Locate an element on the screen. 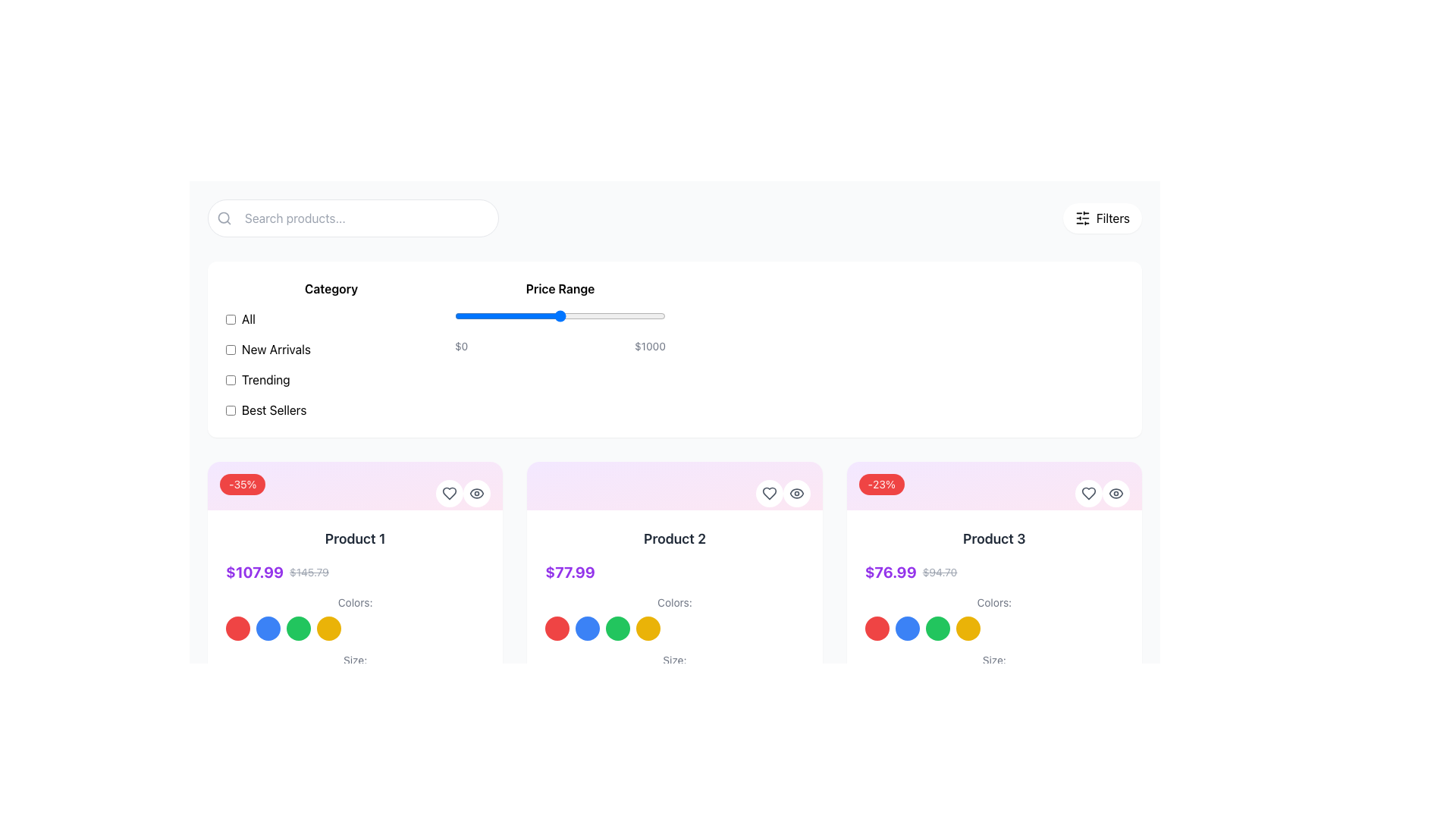 The height and width of the screenshot is (819, 1456). the heart icon located at the top right corner of the card for 'Product 3' to mark the product as favorite is located at coordinates (1087, 494).